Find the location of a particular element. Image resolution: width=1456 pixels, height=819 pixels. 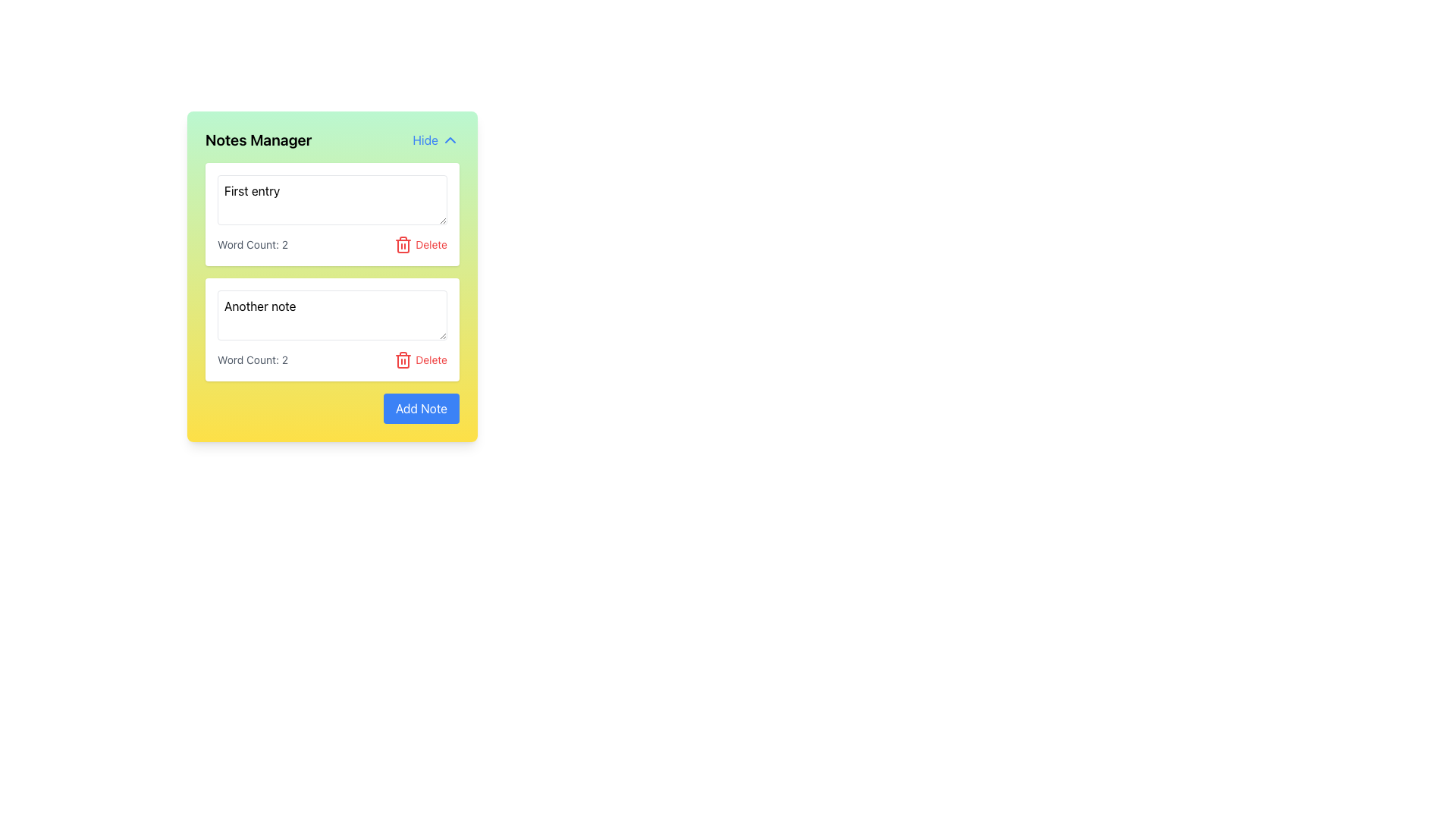

the SVG Icon (Chevron Up) located to the right of the 'Hide' text in the 'Notes Manager' interface is located at coordinates (450, 140).